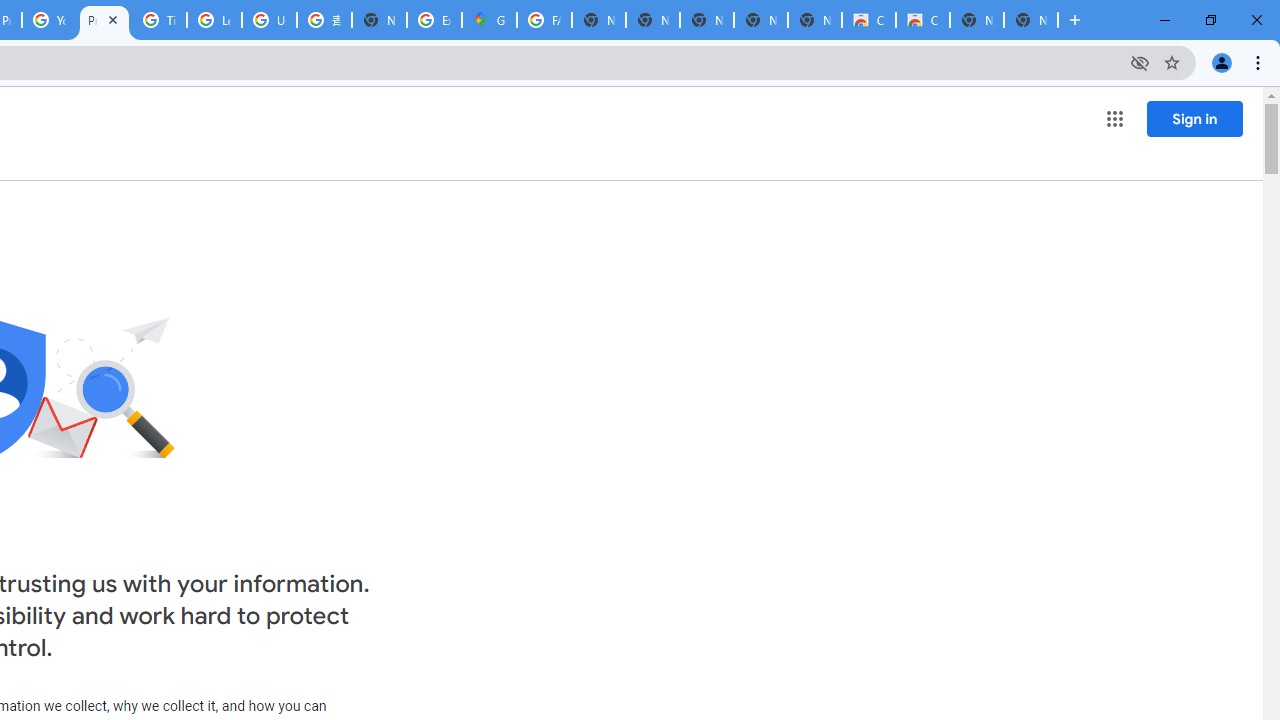 This screenshot has width=1280, height=720. What do you see at coordinates (489, 20) in the screenshot?
I see `'Google Maps'` at bounding box center [489, 20].